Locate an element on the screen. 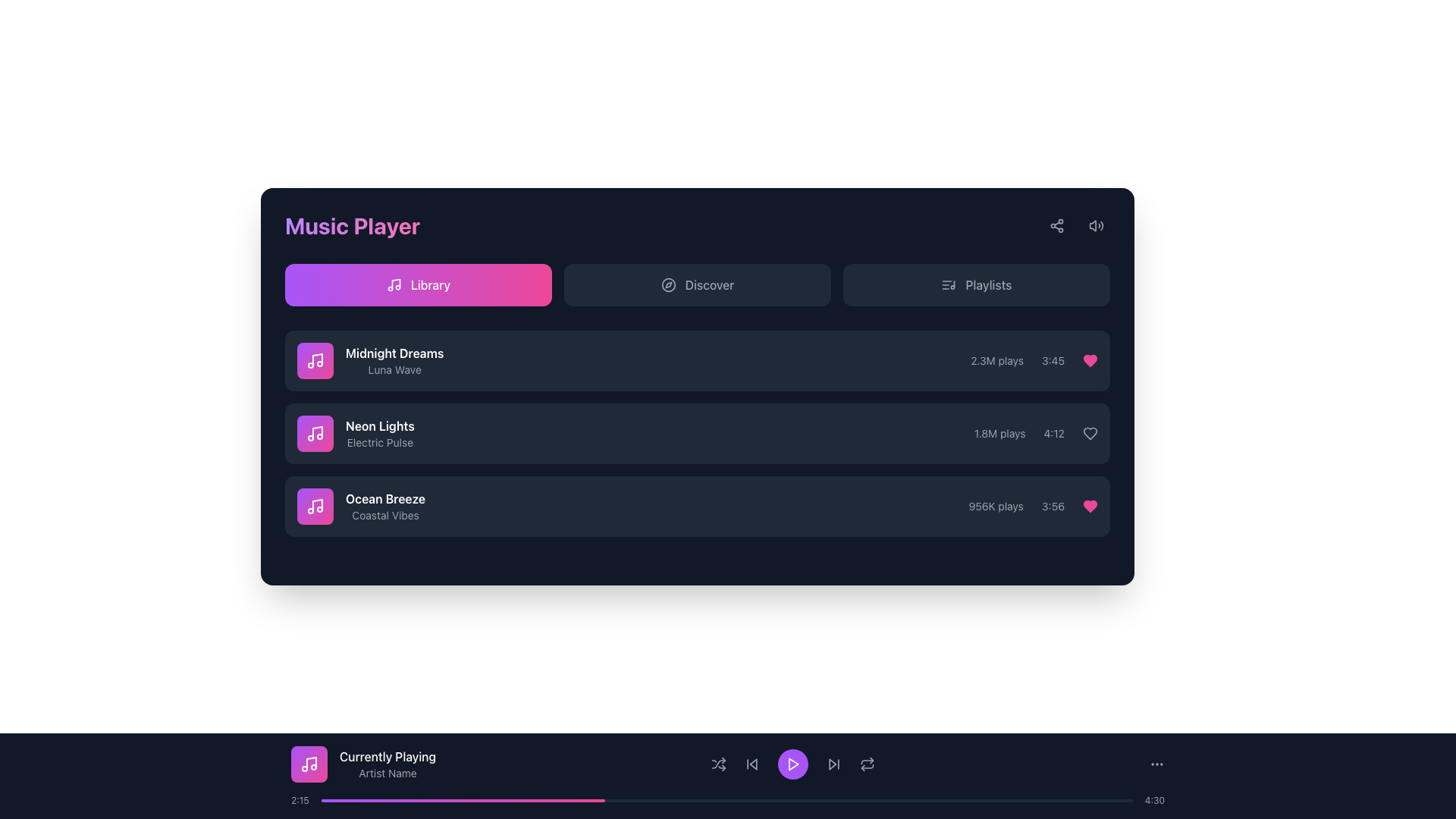 The image size is (1456, 819). the music-related icon that visually enhances the 'Playlists' button located on the top row of the interface is located at coordinates (948, 284).